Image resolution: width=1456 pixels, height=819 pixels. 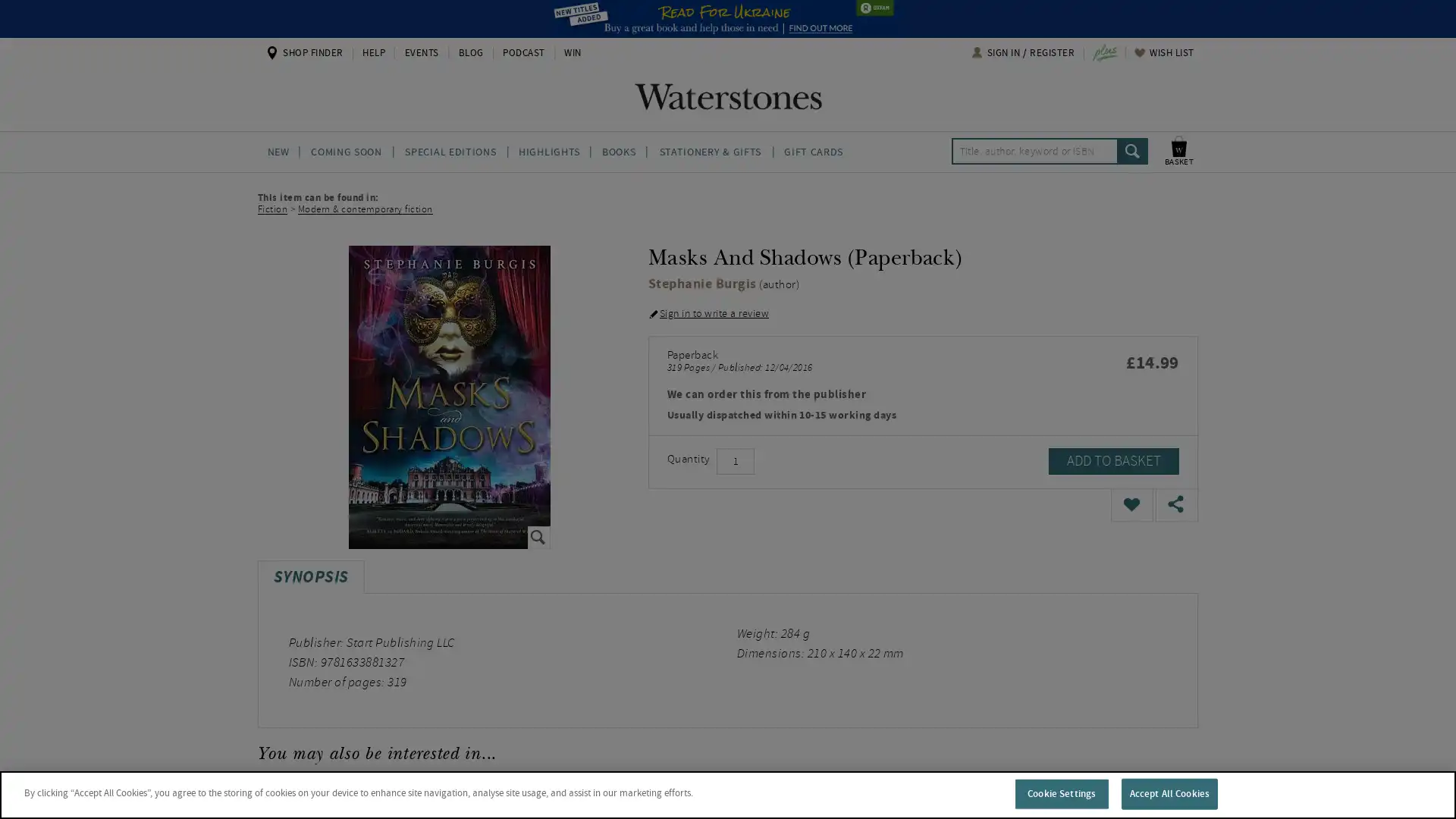 I want to click on Accept All Cookies, so click(x=1168, y=792).